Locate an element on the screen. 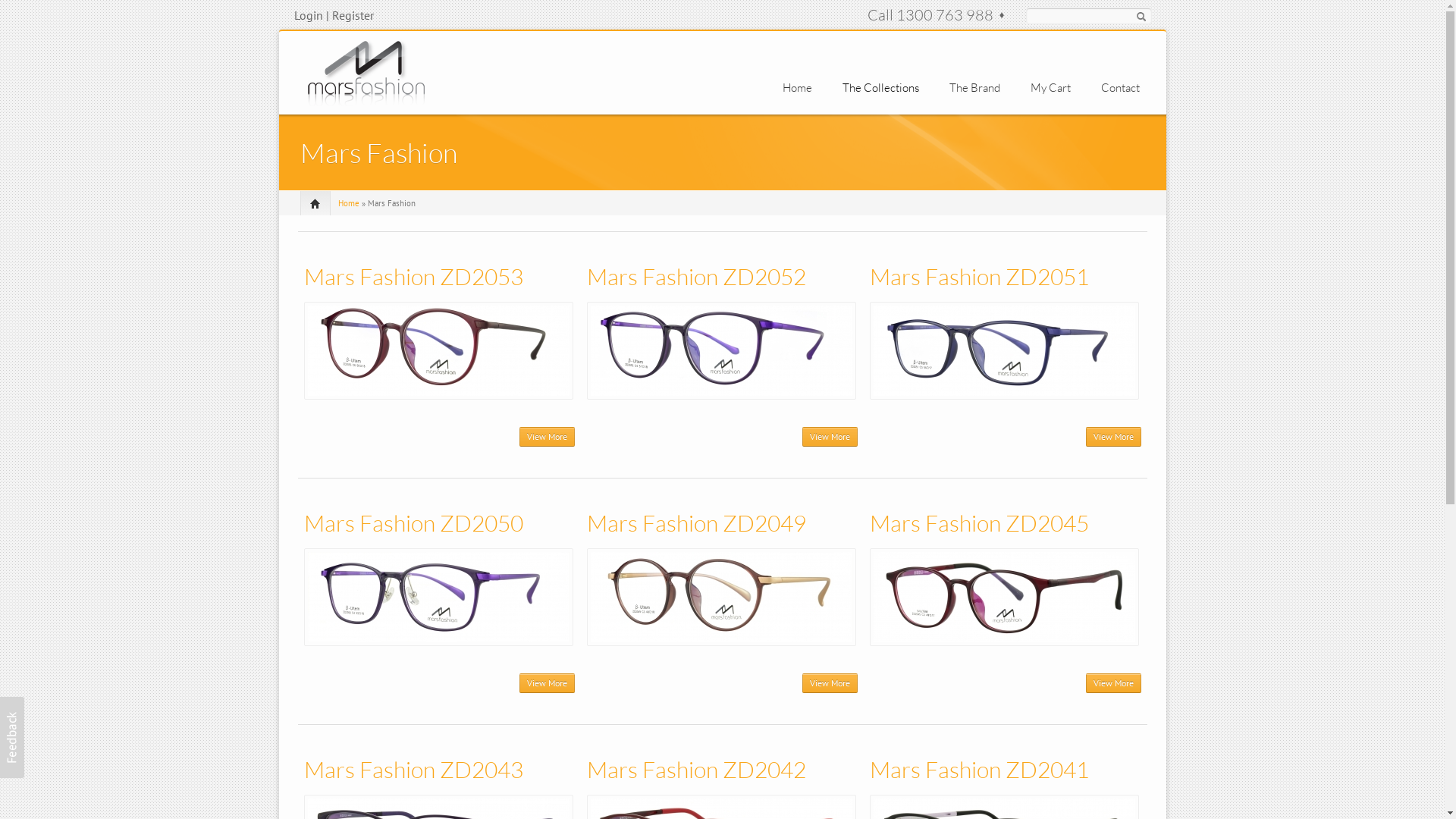 Image resolution: width=1456 pixels, height=819 pixels. 'The Brand' is located at coordinates (974, 87).